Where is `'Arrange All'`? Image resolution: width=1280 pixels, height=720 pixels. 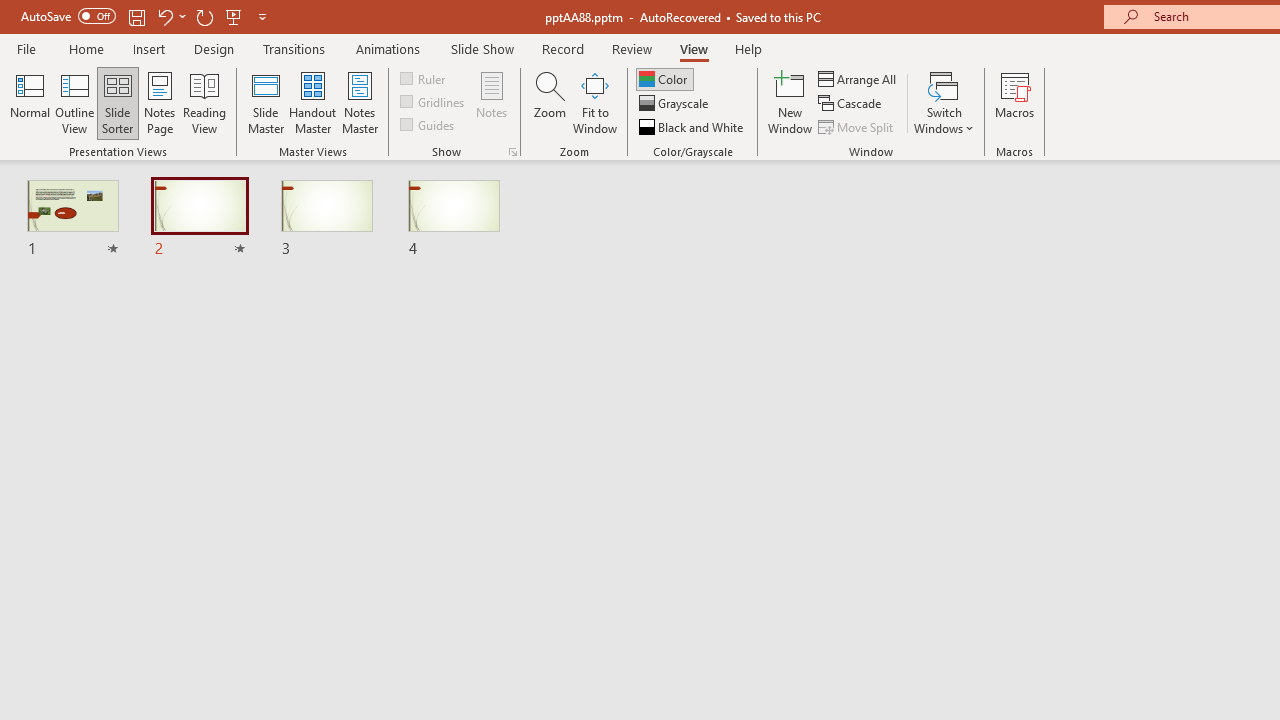
'Arrange All' is located at coordinates (858, 78).